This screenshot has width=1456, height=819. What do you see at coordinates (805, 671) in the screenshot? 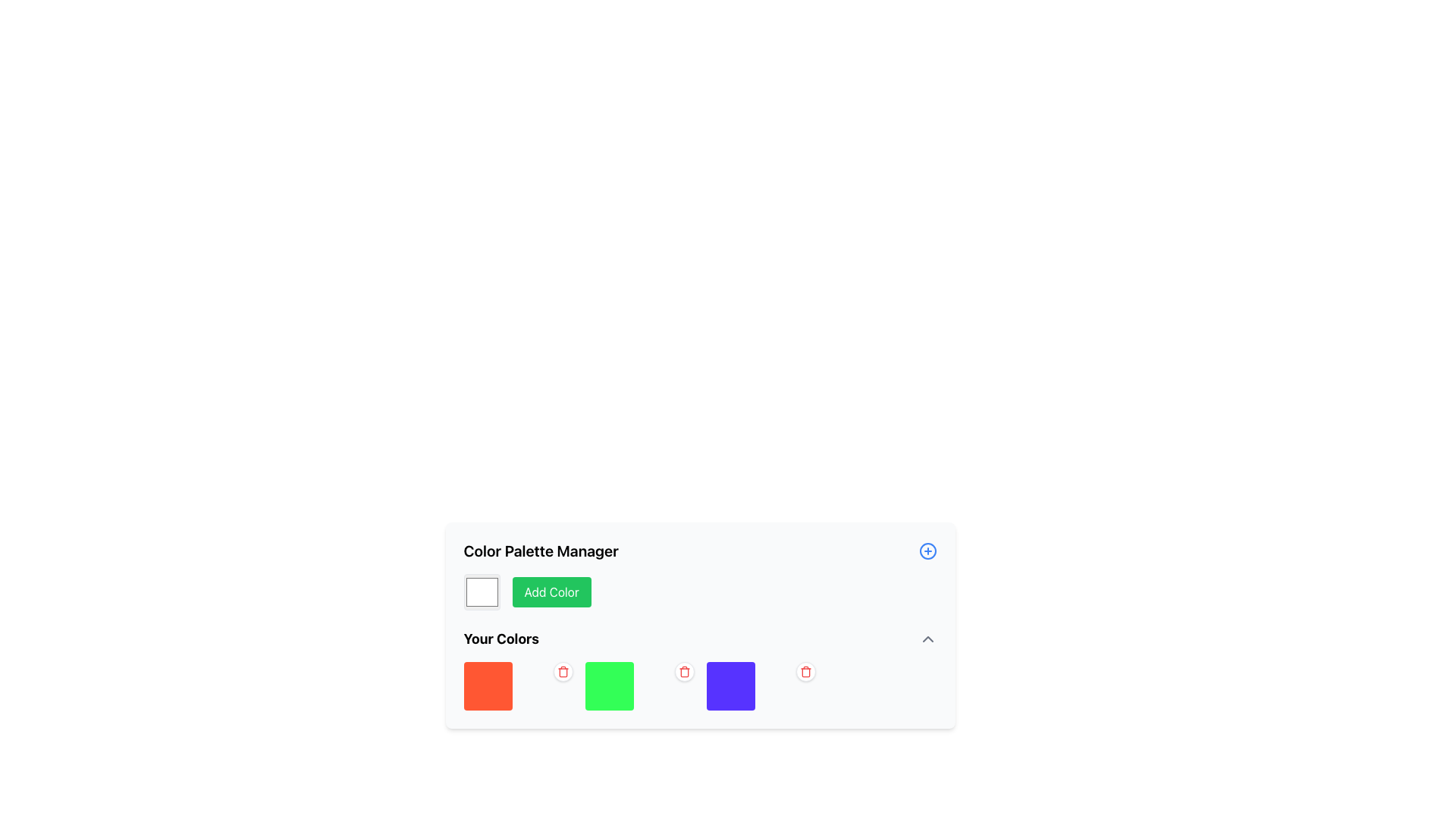
I see `the circular button with a red trash can icon located at the top-right corner of the purple square in the 'Your Colors' section to invoke the delete action` at bounding box center [805, 671].